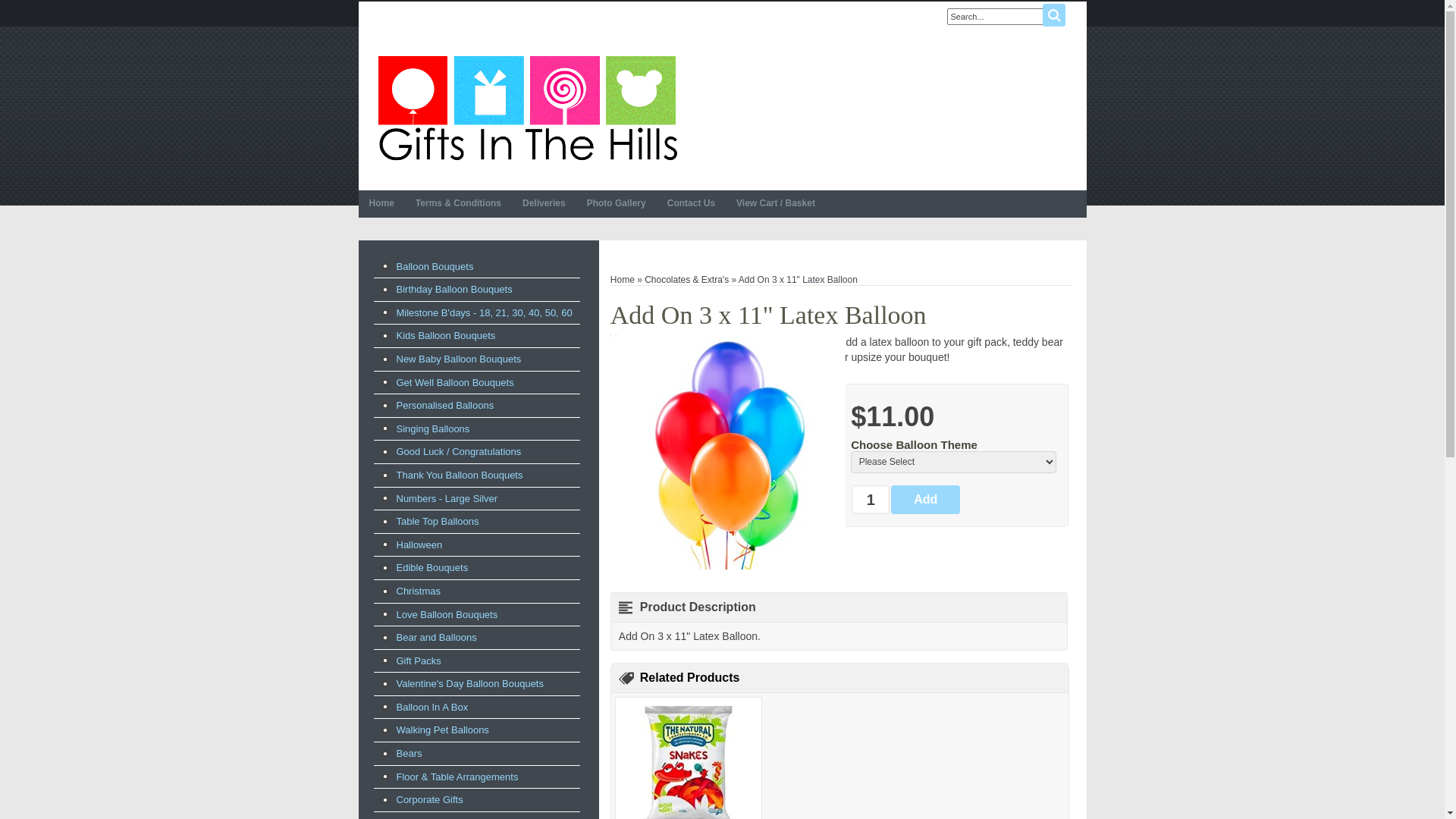 This screenshot has width=1456, height=819. What do you see at coordinates (475, 520) in the screenshot?
I see `'Table Top Balloons'` at bounding box center [475, 520].